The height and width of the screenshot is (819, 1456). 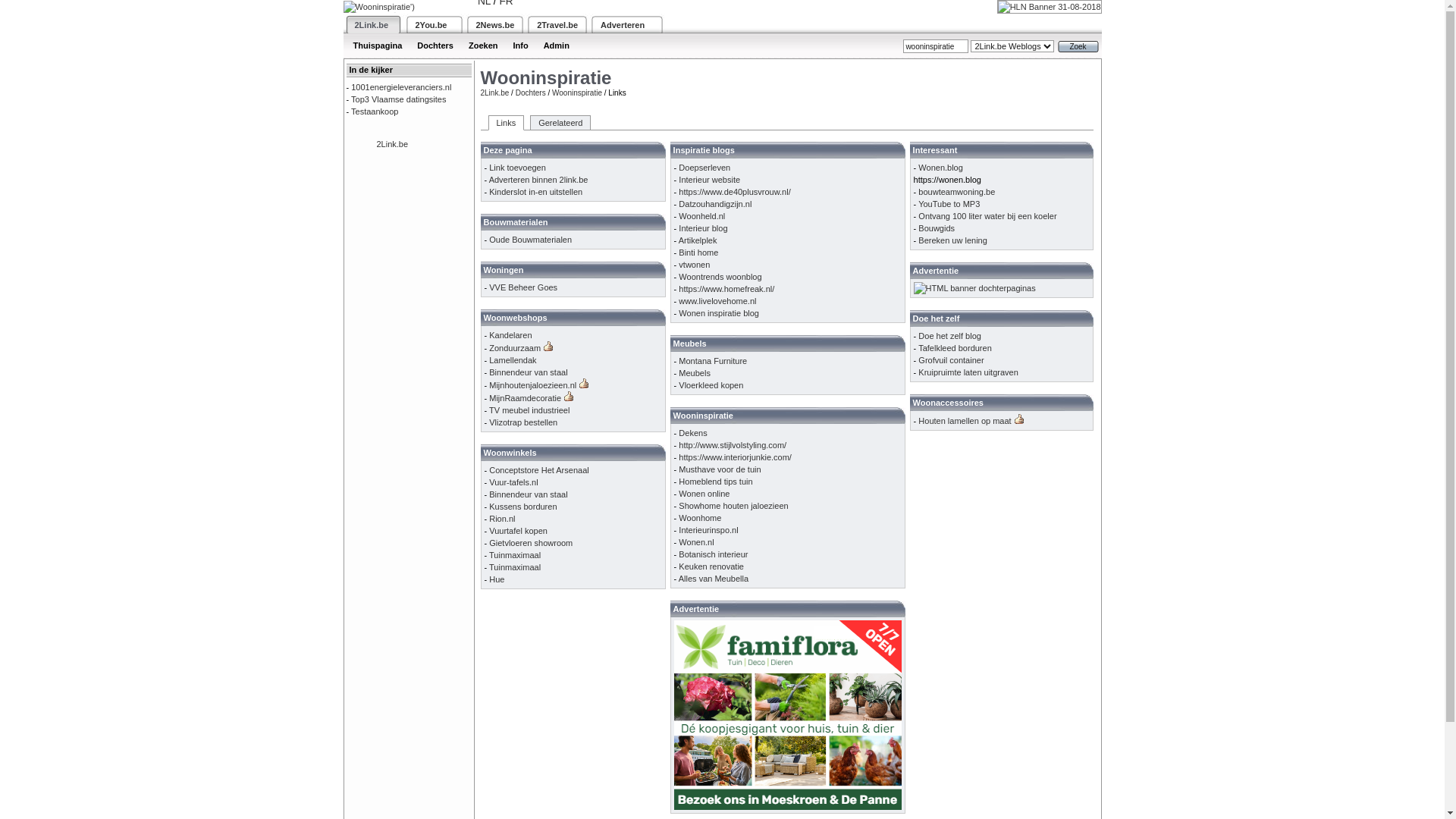 I want to click on 'Wonen.nl', so click(x=695, y=541).